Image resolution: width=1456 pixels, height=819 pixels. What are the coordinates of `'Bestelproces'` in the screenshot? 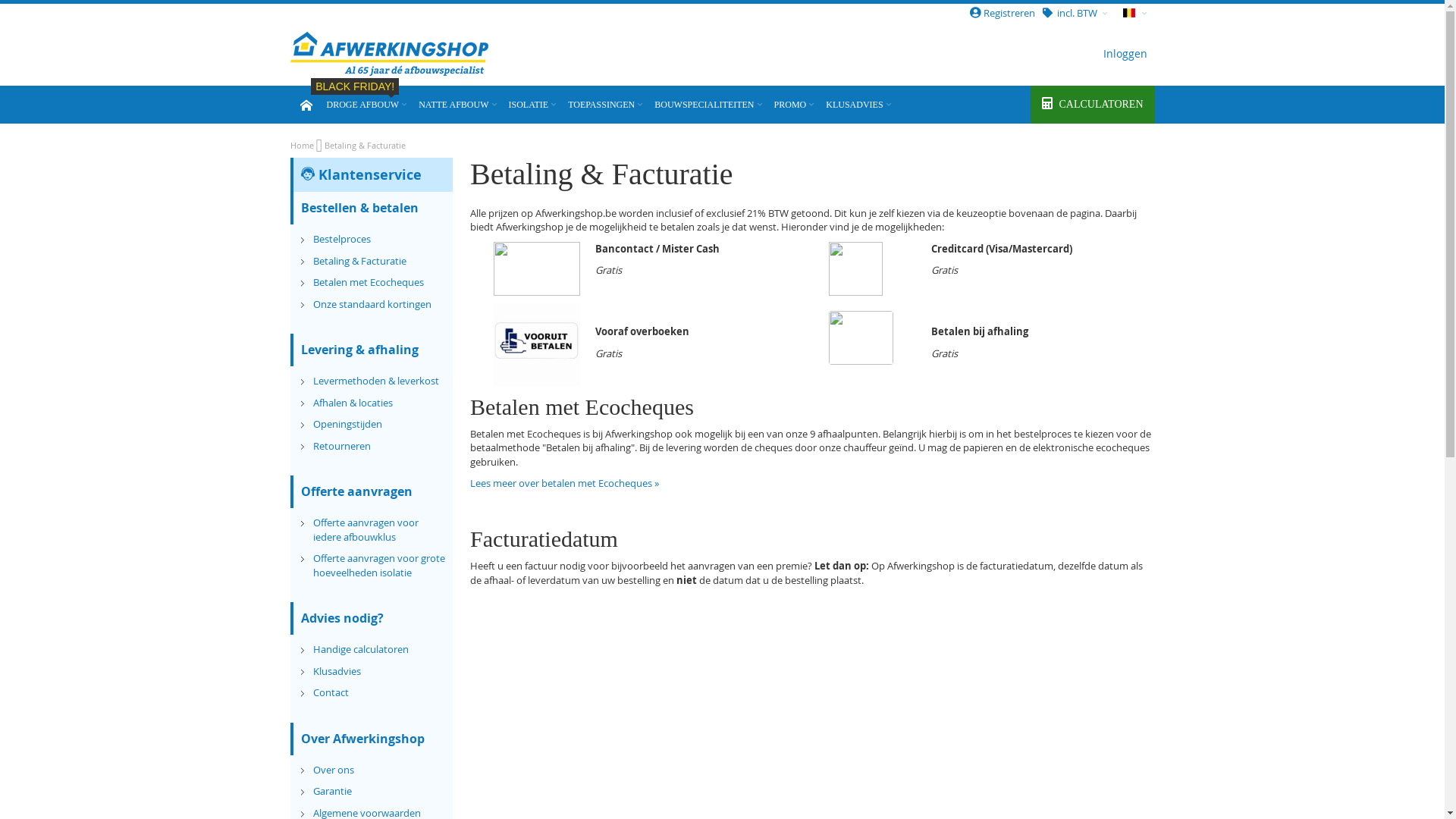 It's located at (340, 239).